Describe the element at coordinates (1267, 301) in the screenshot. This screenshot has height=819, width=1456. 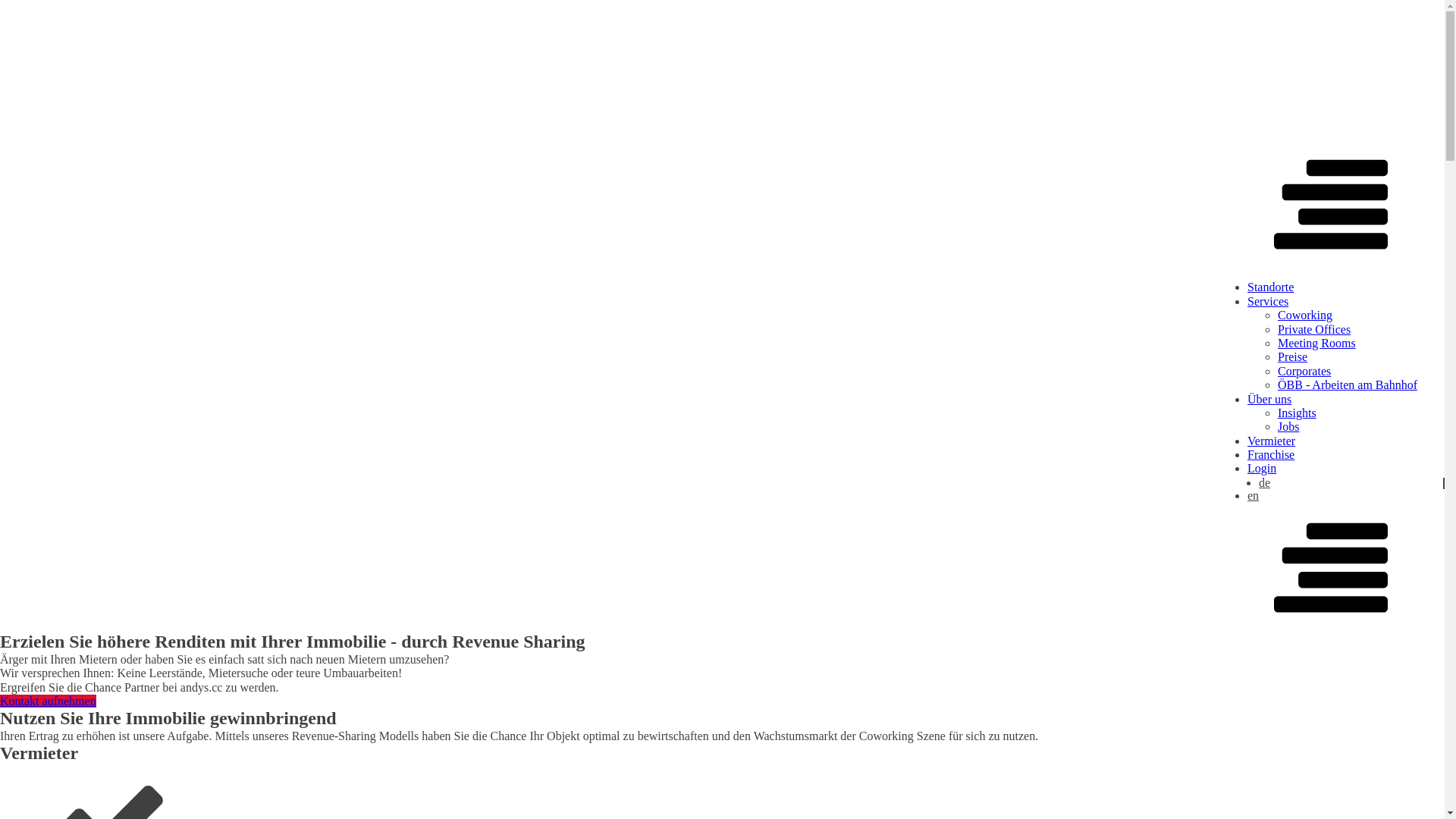
I see `'Services'` at that location.